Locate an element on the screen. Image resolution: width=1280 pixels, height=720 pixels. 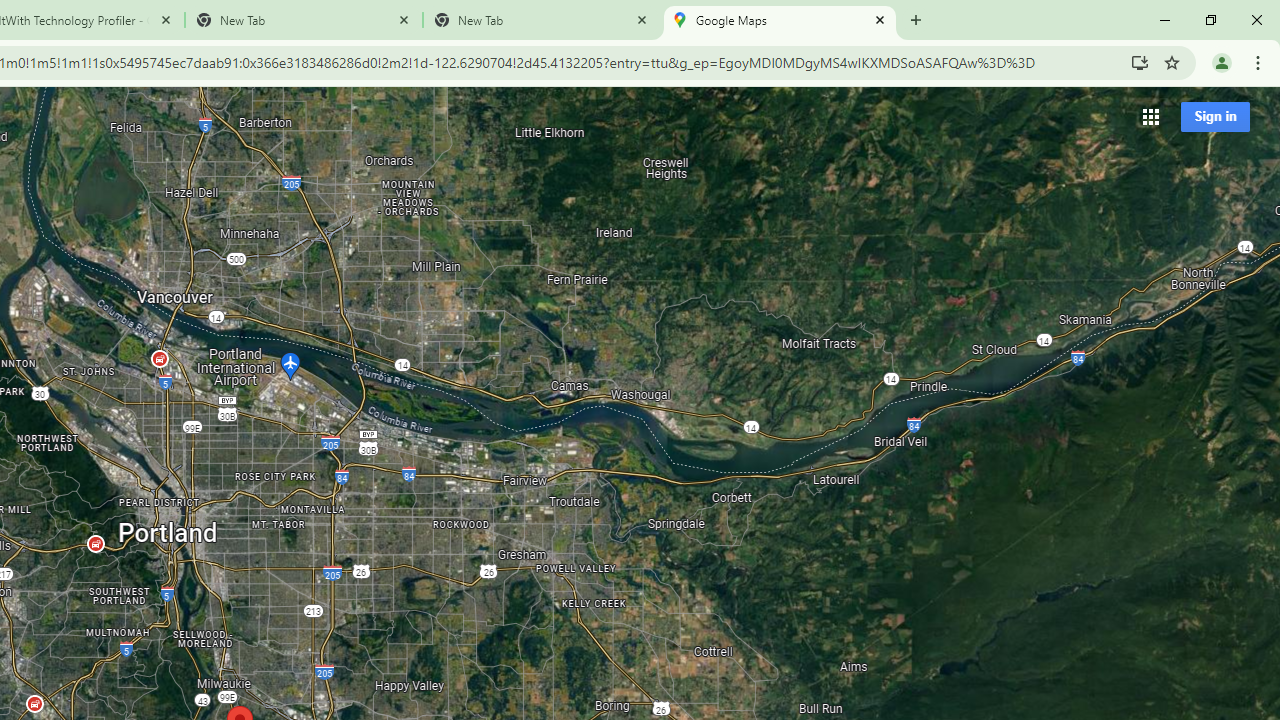
'Install Google Maps' is located at coordinates (1139, 61).